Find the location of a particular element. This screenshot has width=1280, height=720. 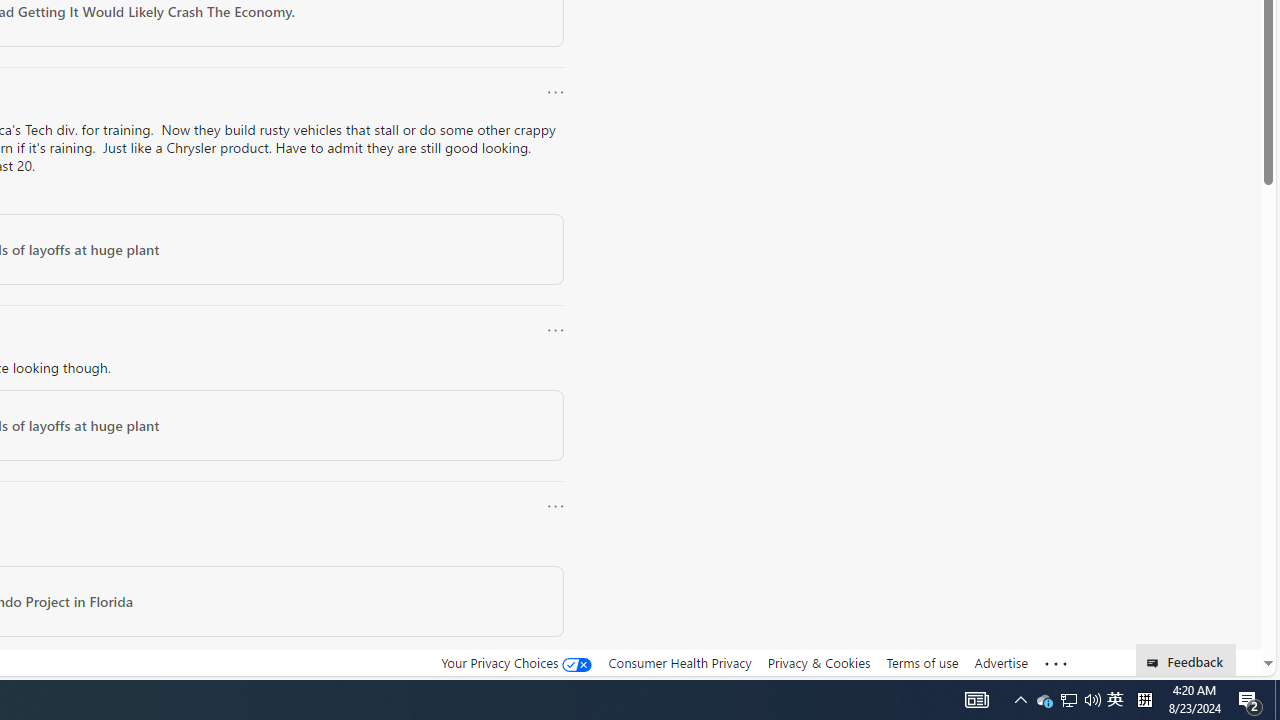

'Your Privacy Choices' is located at coordinates (517, 663).